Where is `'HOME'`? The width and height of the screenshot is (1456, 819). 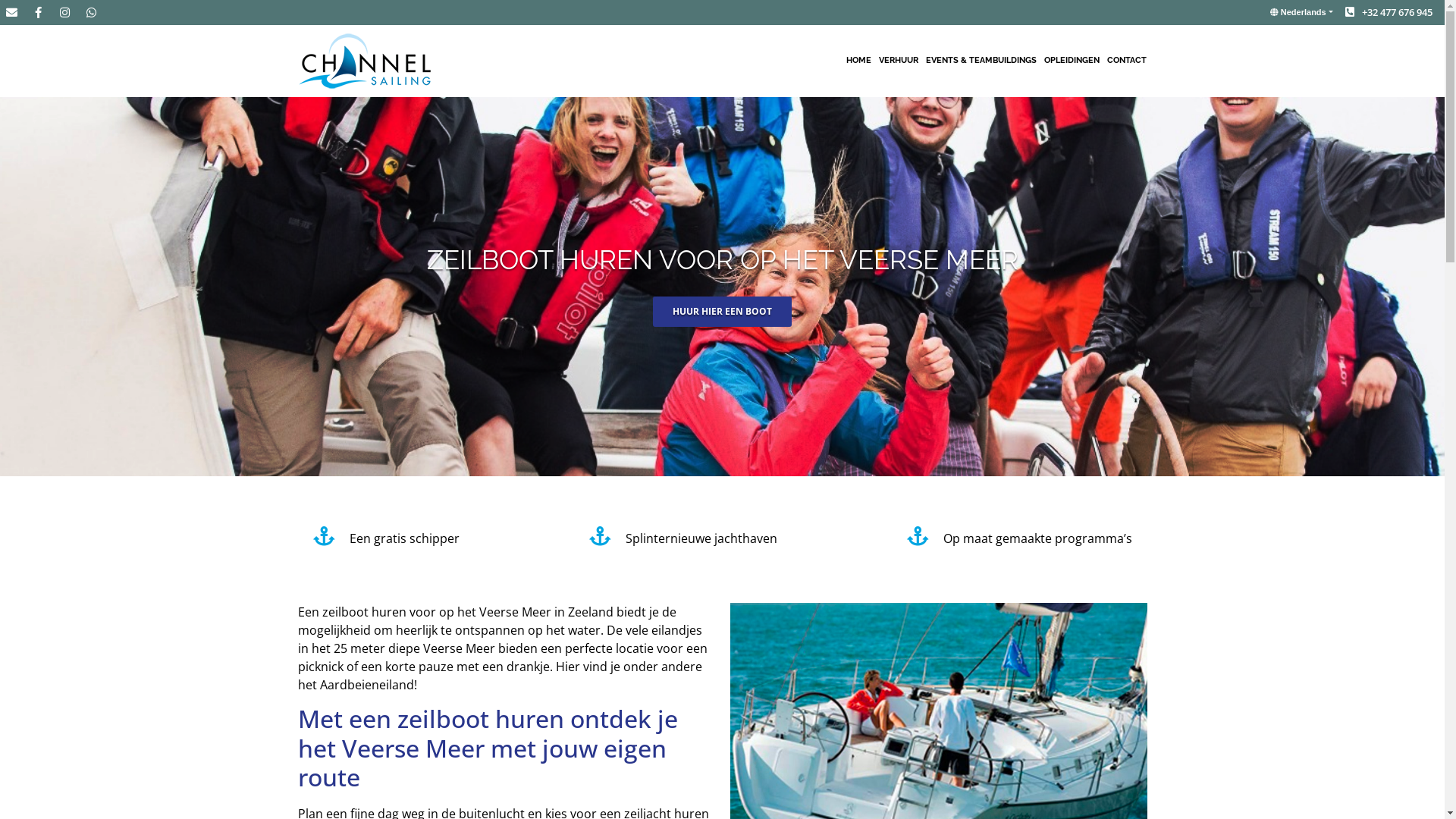 'HOME' is located at coordinates (858, 60).